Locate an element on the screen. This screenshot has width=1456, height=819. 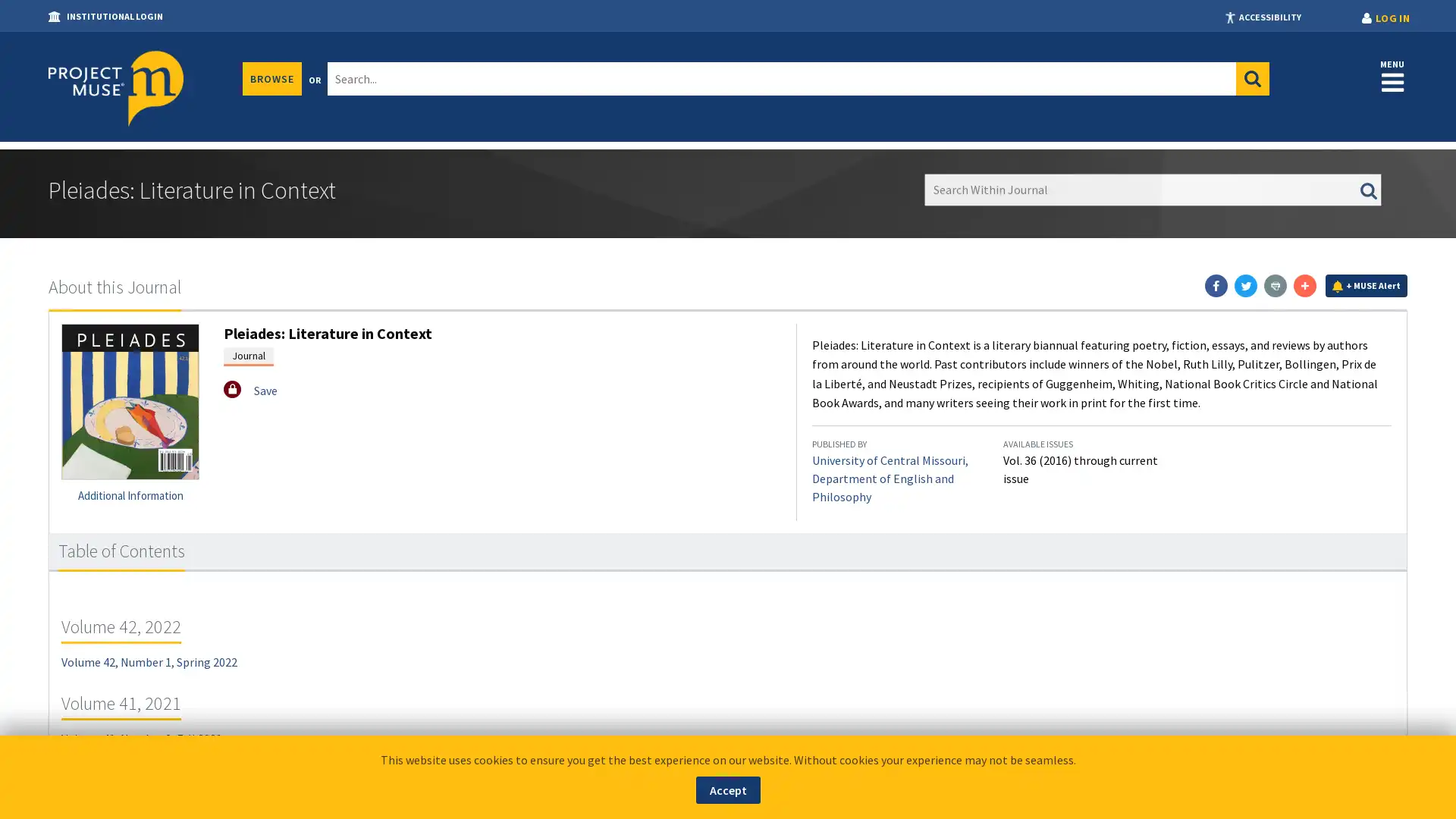
search icon is located at coordinates (1252, 79).